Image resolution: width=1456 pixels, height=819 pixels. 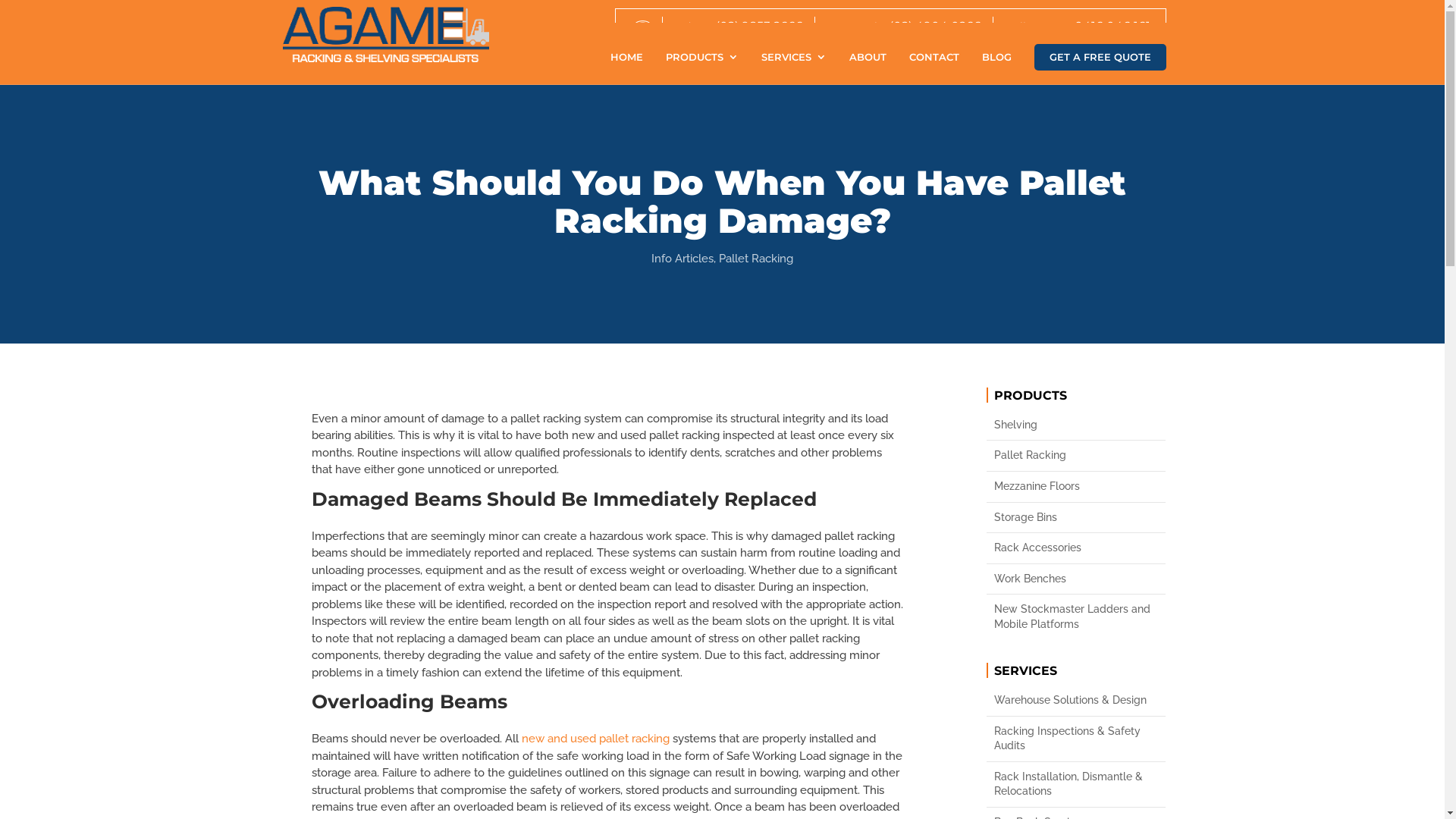 I want to click on 'Rack Accessories', so click(x=993, y=548).